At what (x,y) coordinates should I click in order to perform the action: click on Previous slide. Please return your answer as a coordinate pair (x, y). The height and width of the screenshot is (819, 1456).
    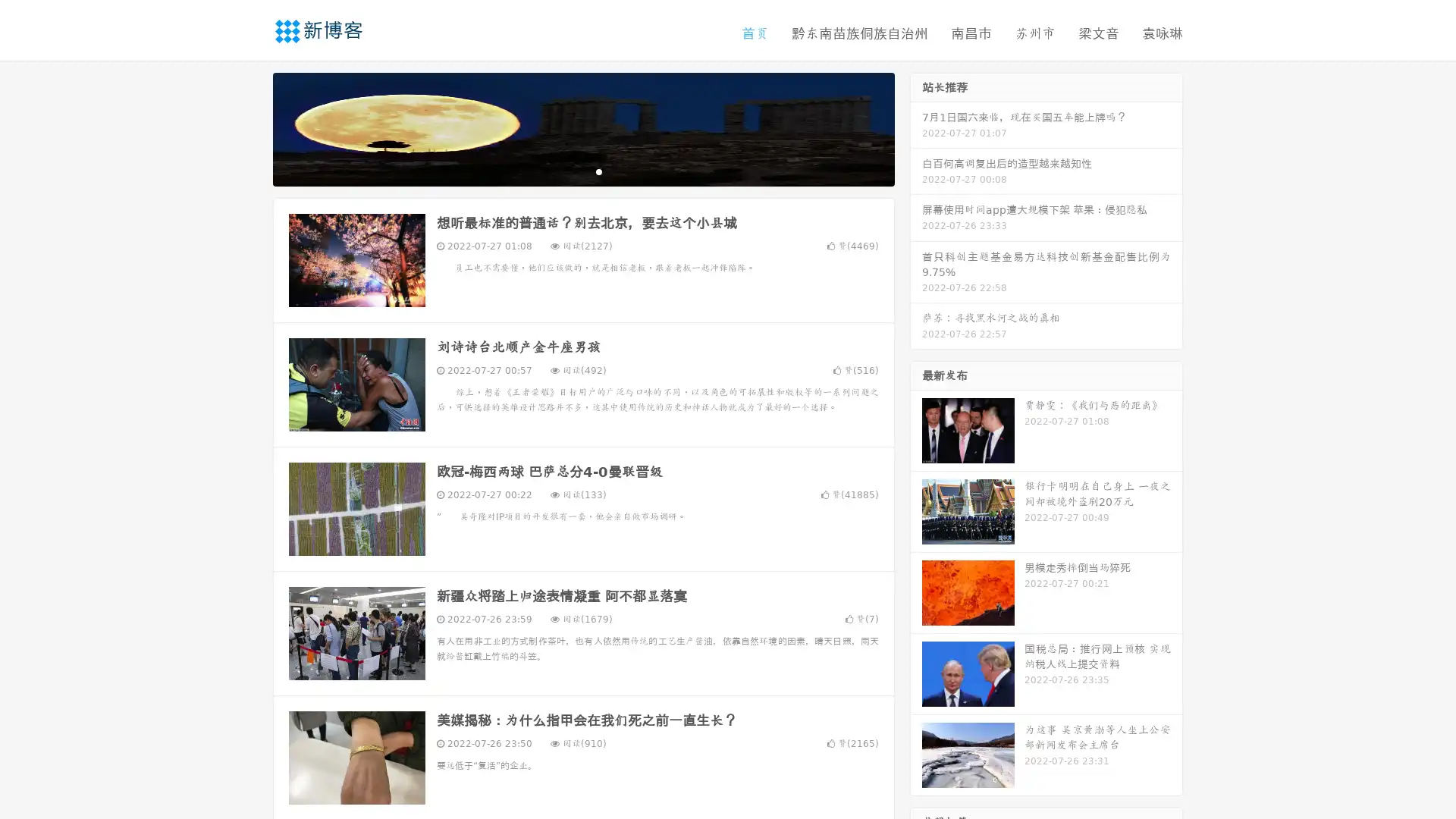
    Looking at the image, I should click on (250, 127).